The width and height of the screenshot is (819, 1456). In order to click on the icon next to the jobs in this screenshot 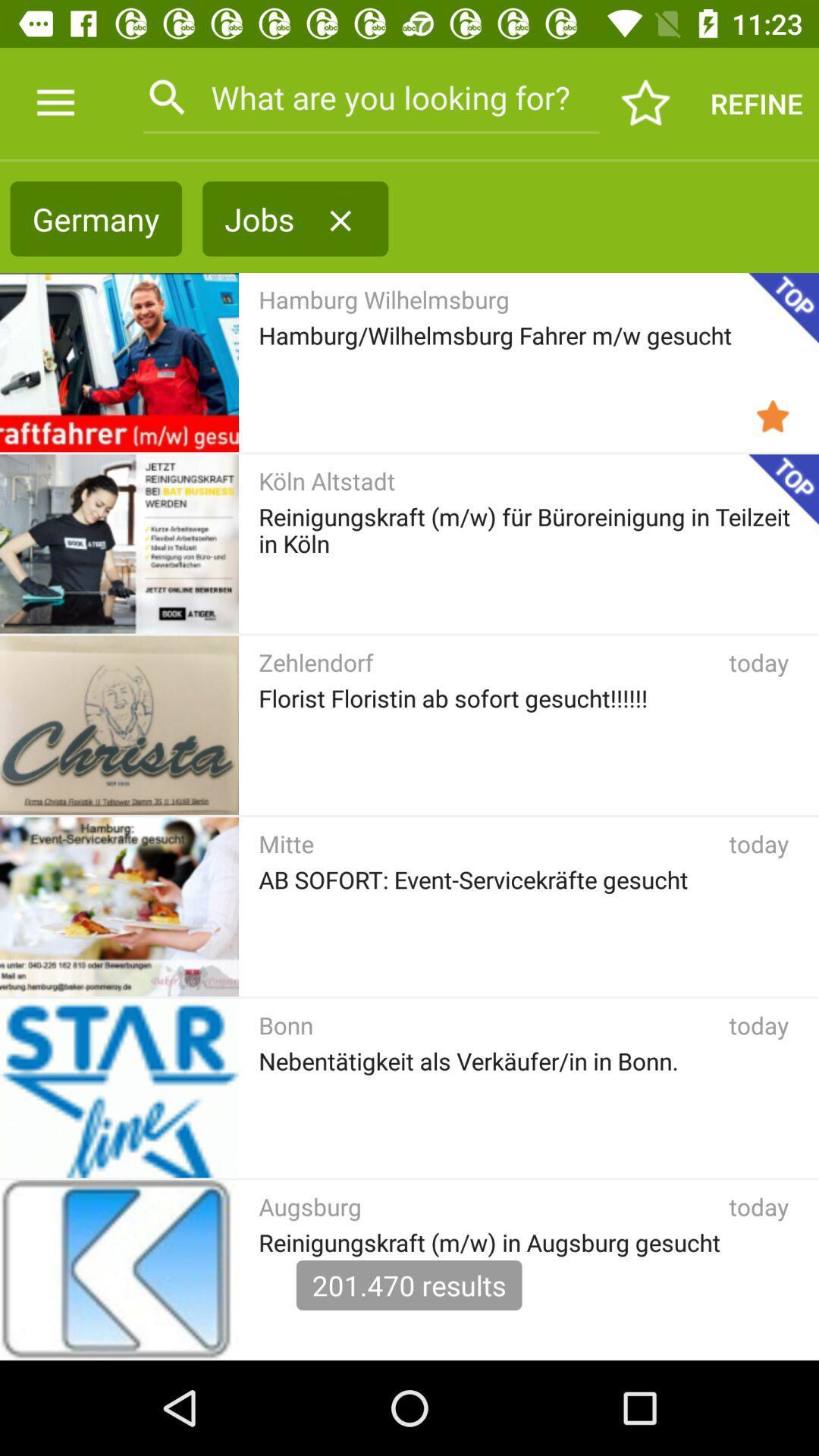, I will do `click(340, 220)`.